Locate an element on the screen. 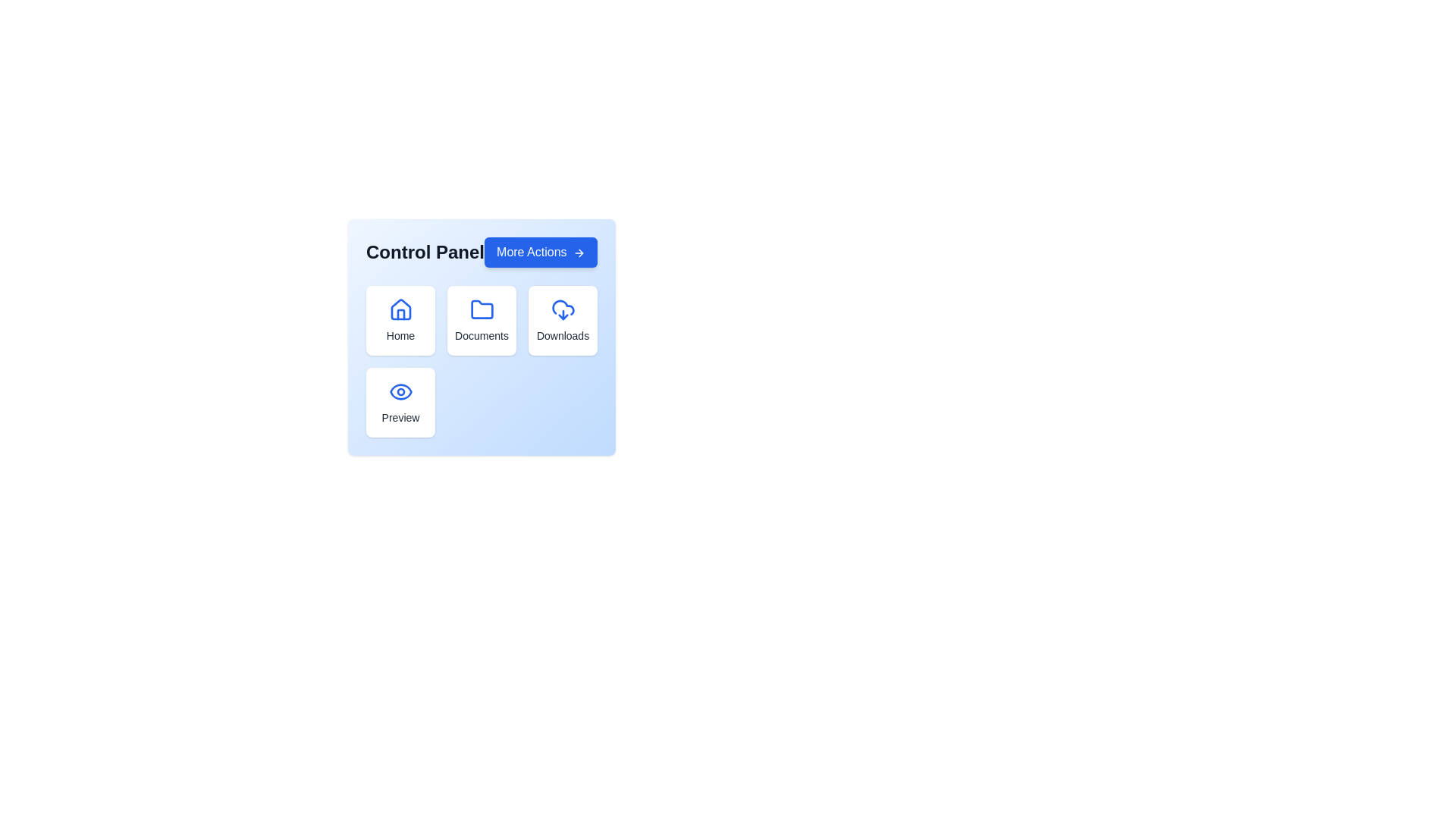 The height and width of the screenshot is (819, 1456). the button located at the top-right corner of the panel, adjacent to the 'Control Panel' title label is located at coordinates (541, 251).